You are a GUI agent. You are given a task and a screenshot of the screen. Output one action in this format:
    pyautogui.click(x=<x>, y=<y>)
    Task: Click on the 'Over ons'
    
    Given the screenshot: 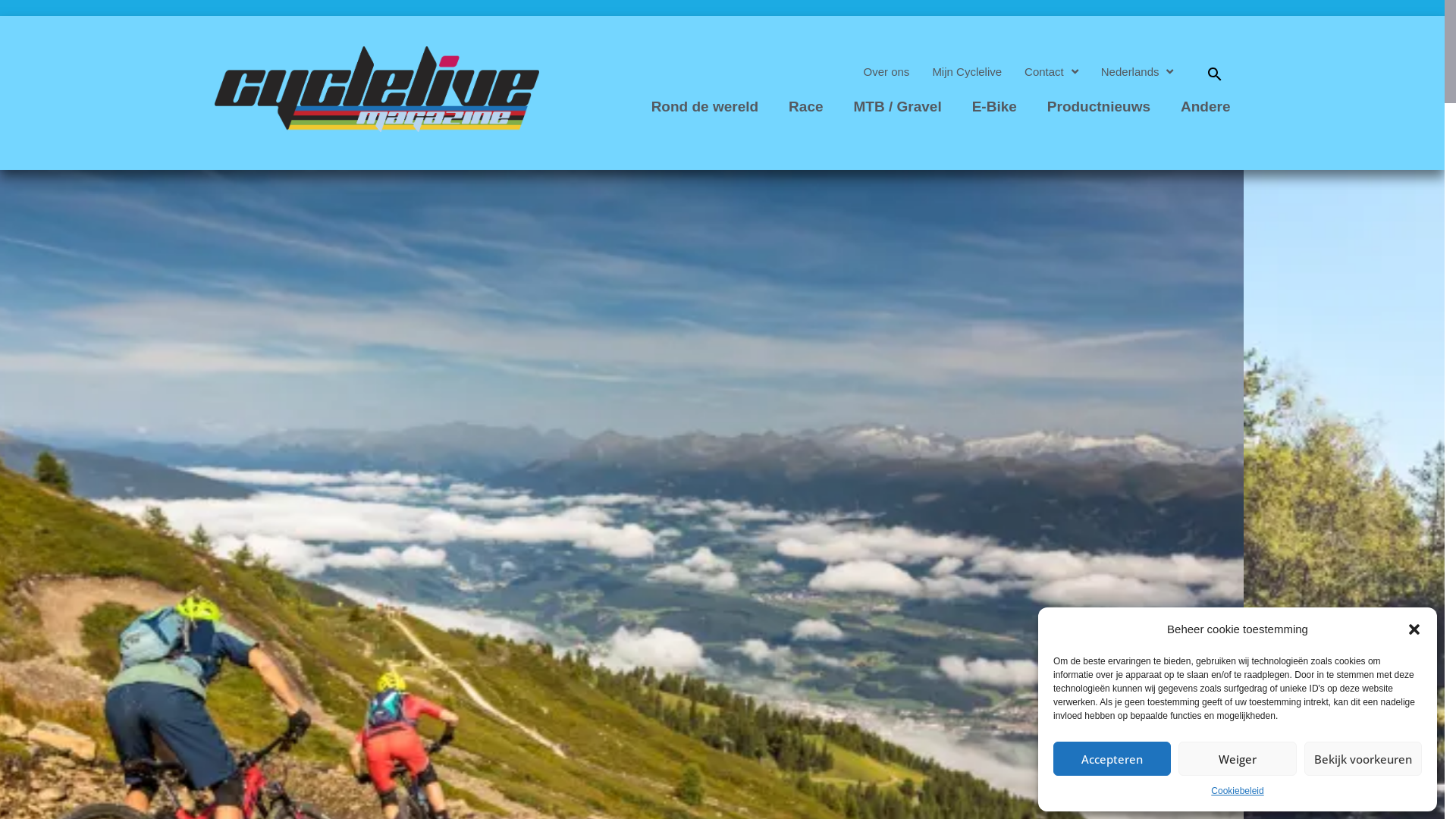 What is the action you would take?
    pyautogui.click(x=886, y=72)
    